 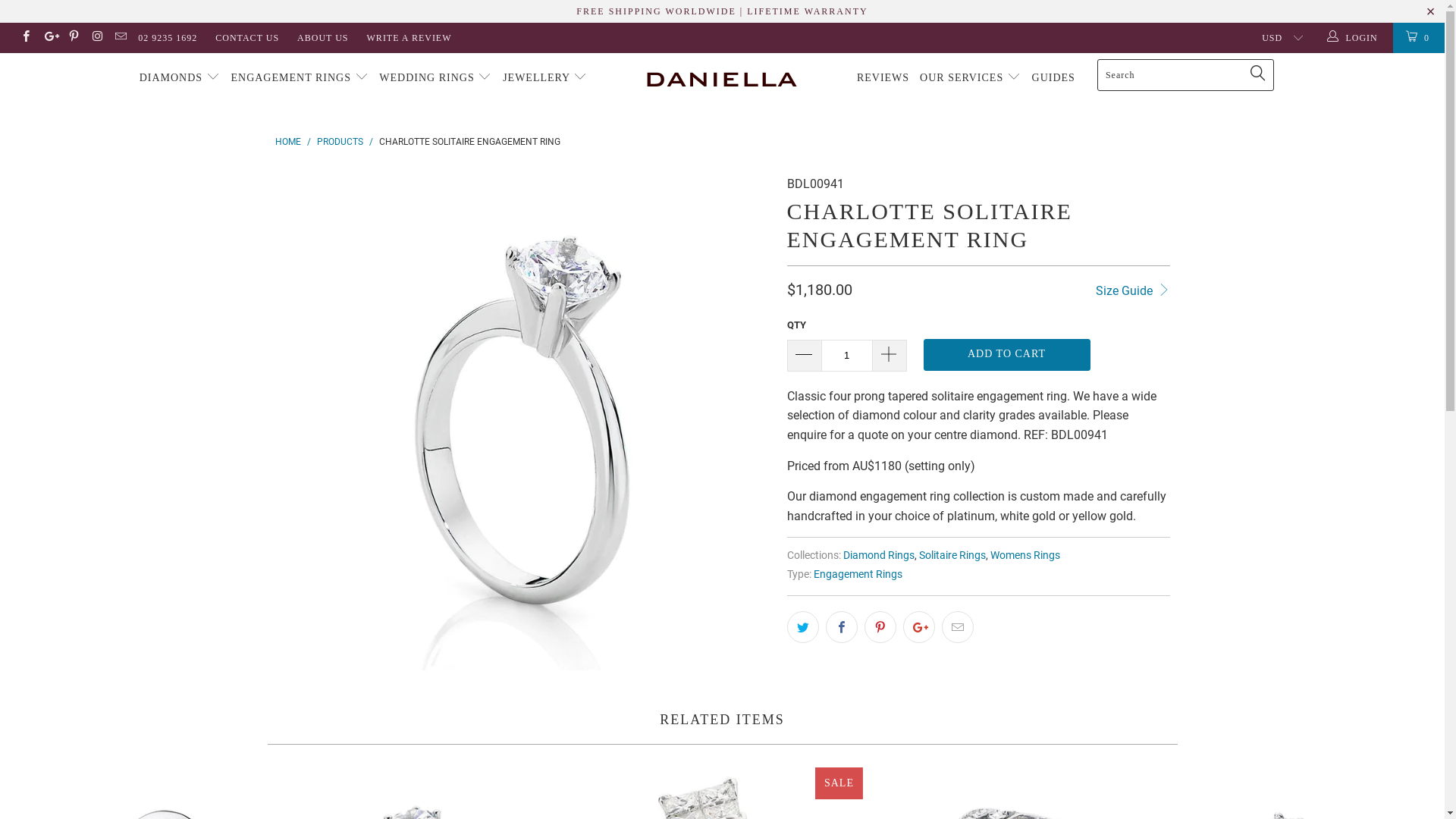 I want to click on 'ADD TO CART', so click(x=1007, y=354).